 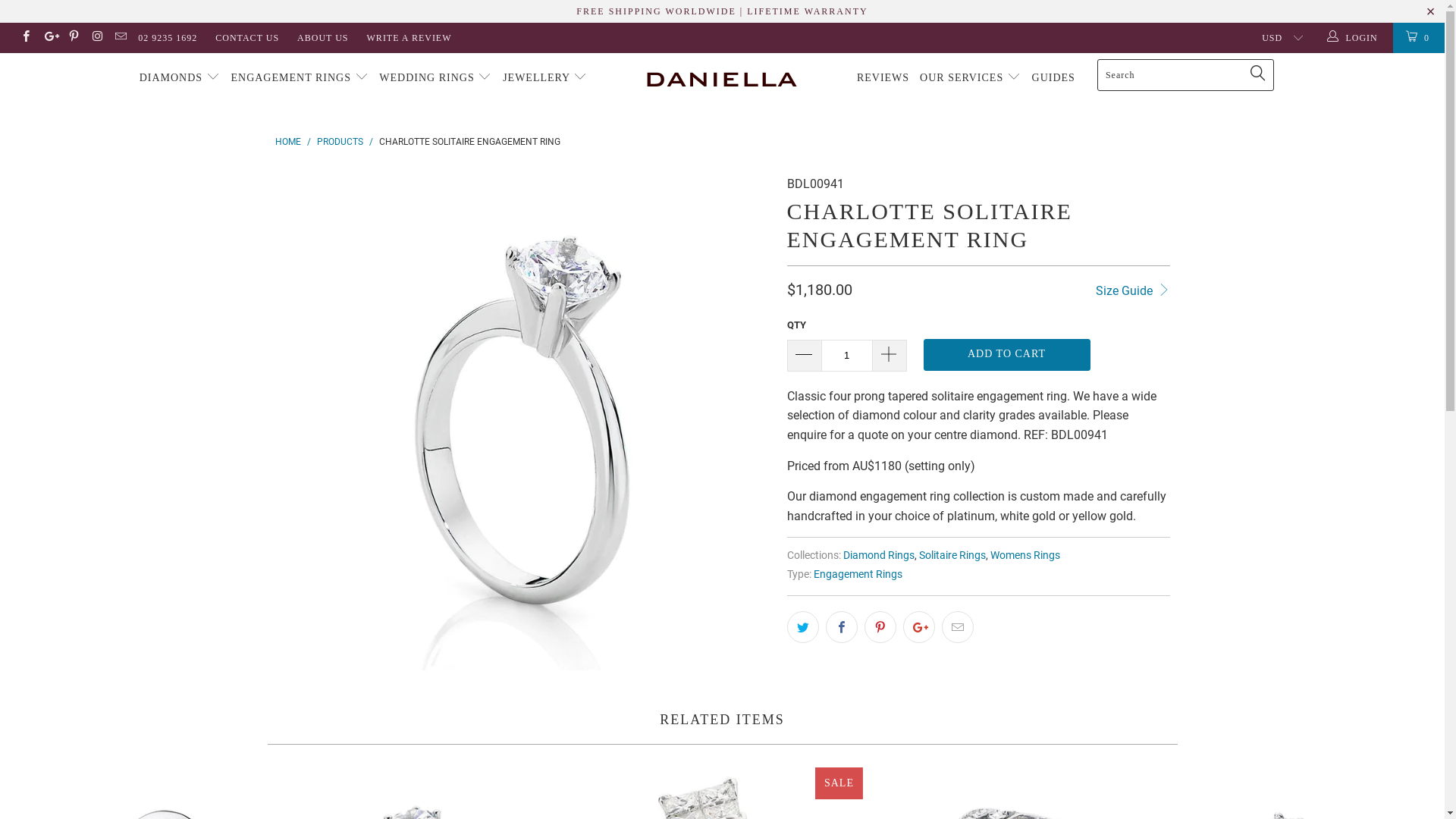 I want to click on 'ADD TO CART', so click(x=1007, y=354).